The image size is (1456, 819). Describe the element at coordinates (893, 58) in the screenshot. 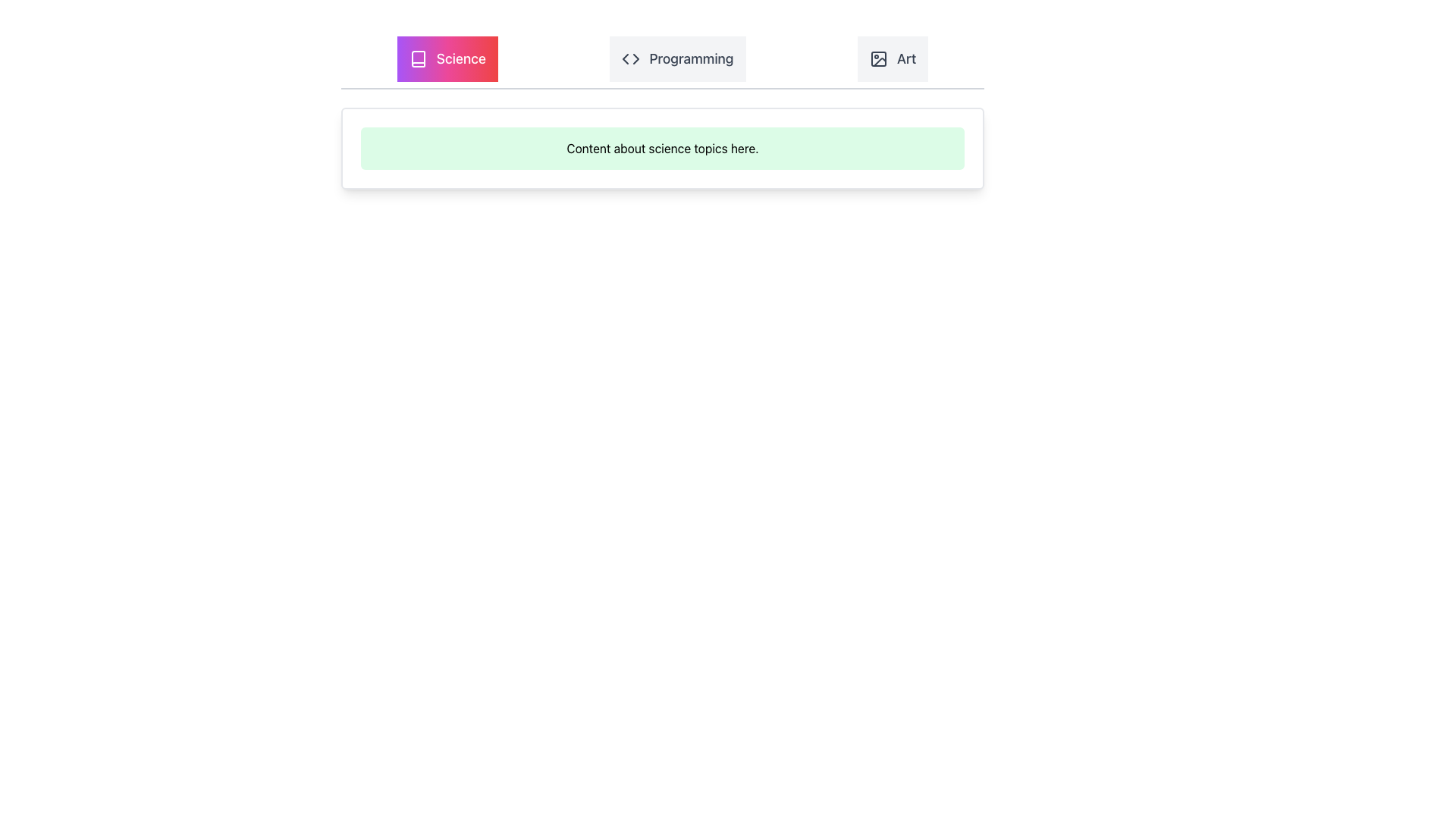

I see `the 'Art' tab in the tab group` at that location.